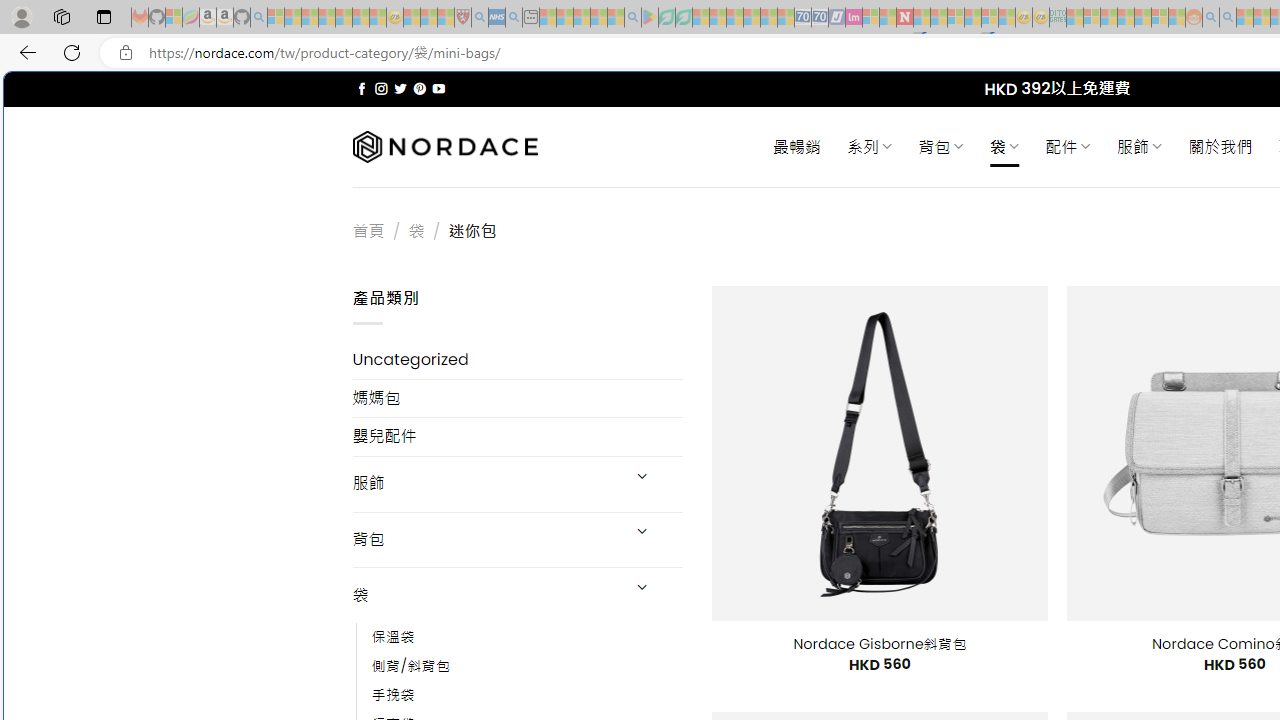 This screenshot has width=1280, height=720. I want to click on 'Expert Portfolios - Sleeping', so click(1125, 17).